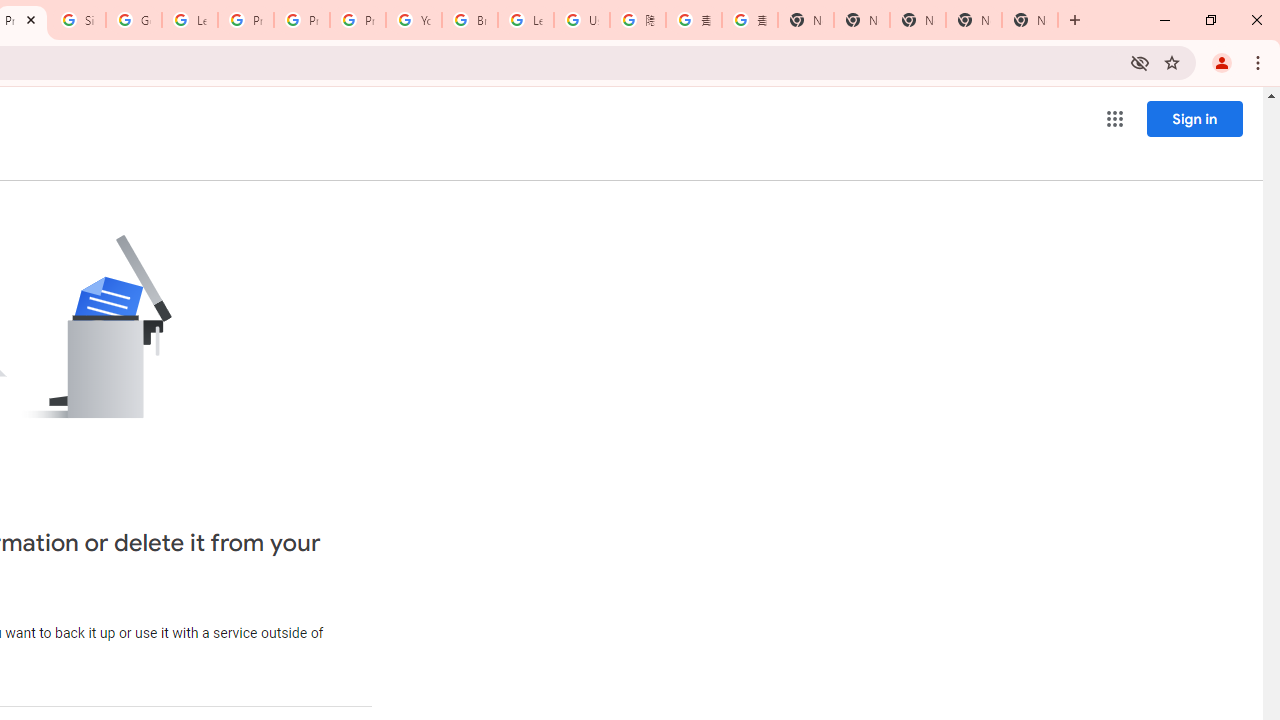 The width and height of the screenshot is (1280, 720). Describe the element at coordinates (301, 20) in the screenshot. I see `'Privacy Help Center - Policies Help'` at that location.